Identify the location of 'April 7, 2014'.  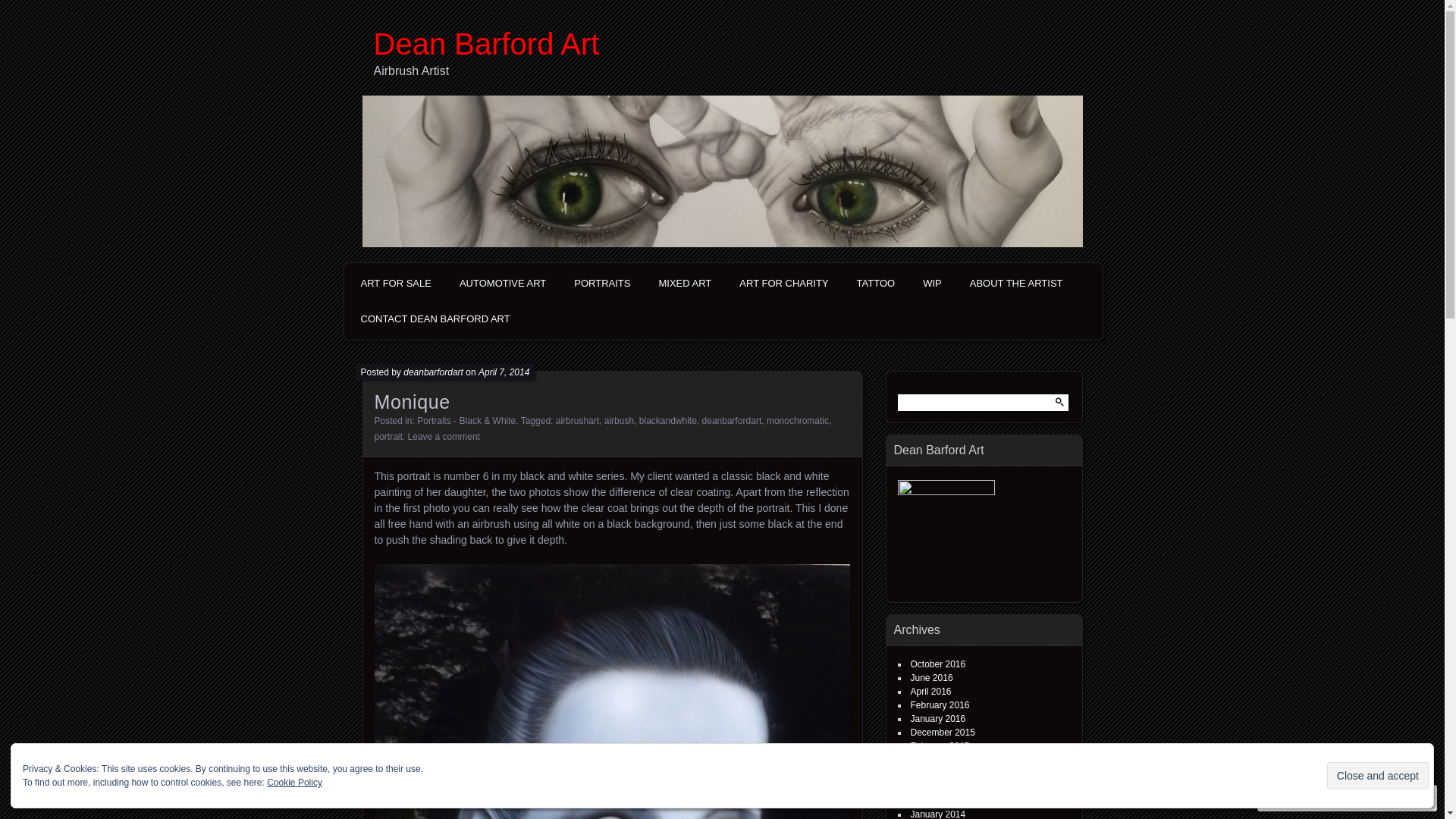
(504, 372).